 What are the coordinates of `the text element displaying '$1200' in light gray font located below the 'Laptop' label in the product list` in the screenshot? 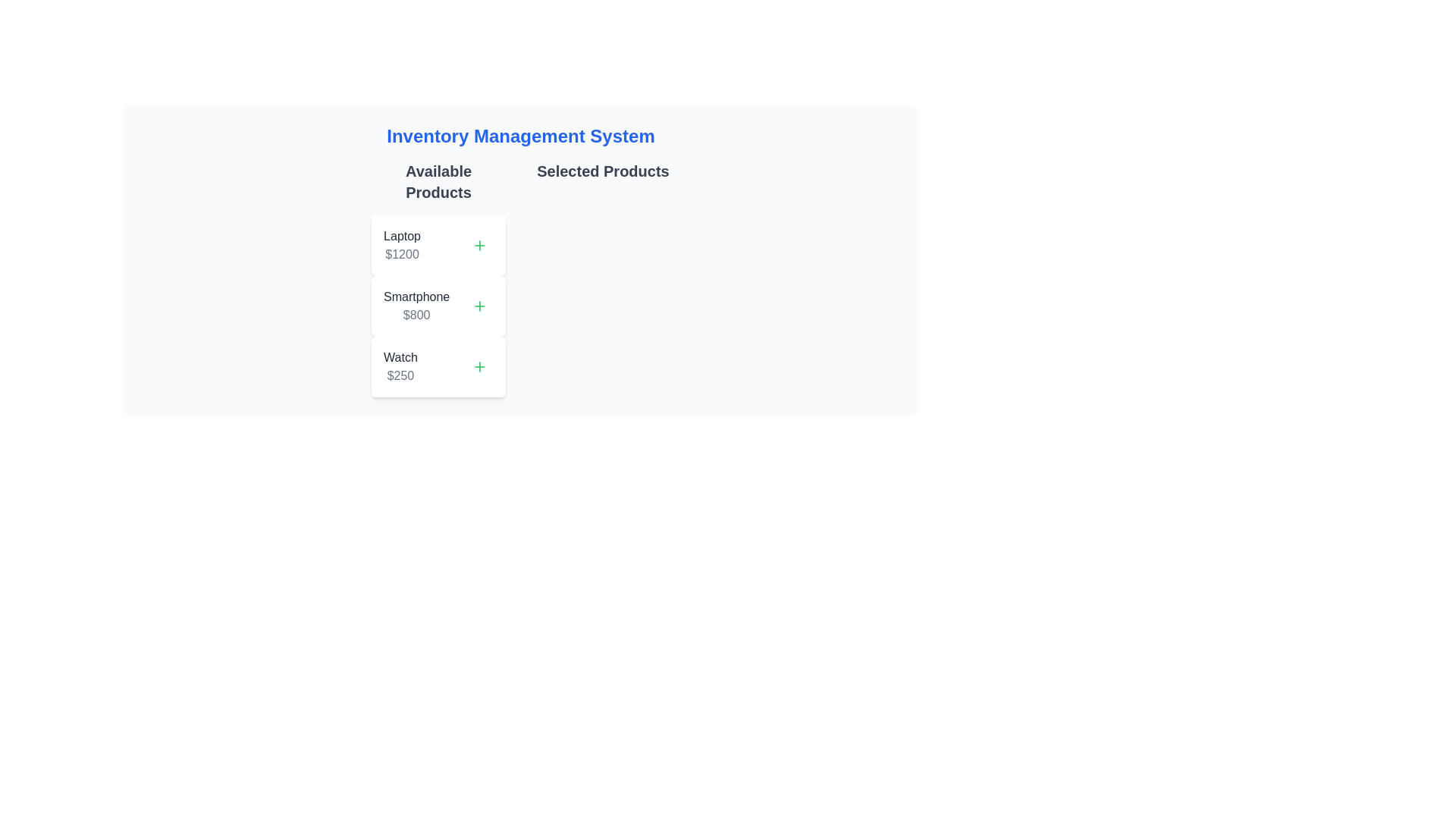 It's located at (402, 253).